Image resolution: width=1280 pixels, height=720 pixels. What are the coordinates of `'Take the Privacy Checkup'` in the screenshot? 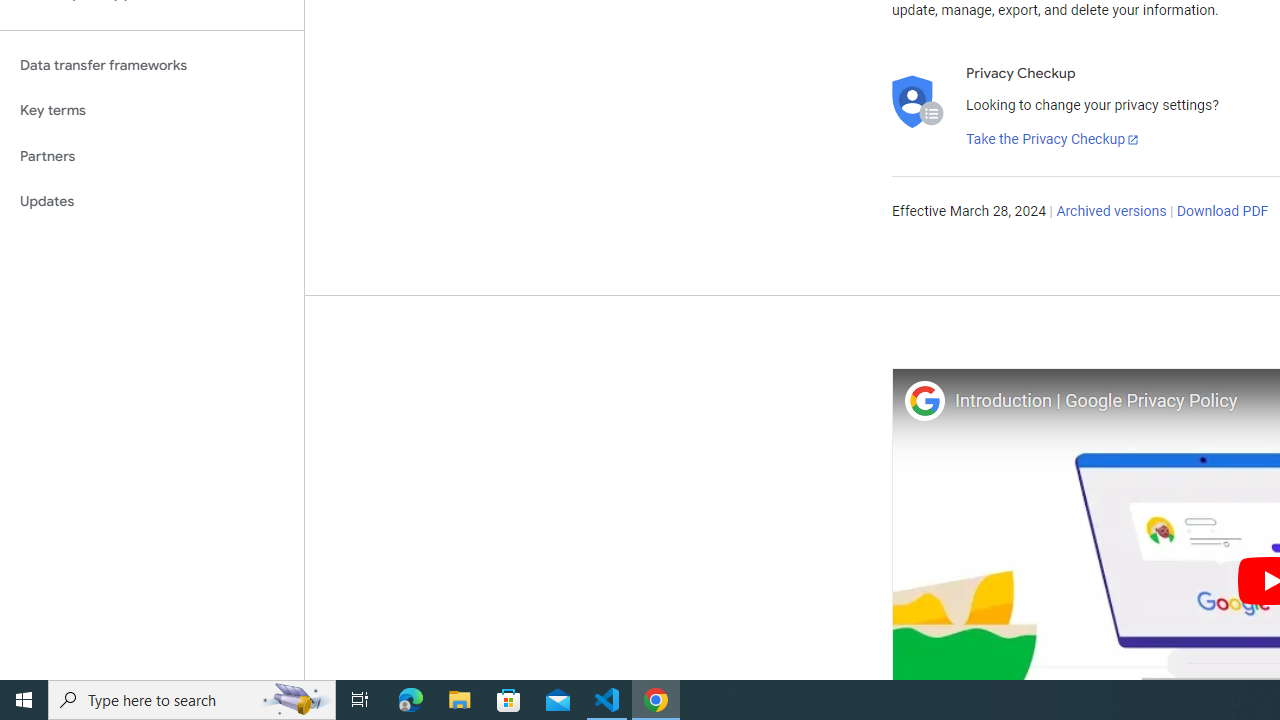 It's located at (1052, 139).